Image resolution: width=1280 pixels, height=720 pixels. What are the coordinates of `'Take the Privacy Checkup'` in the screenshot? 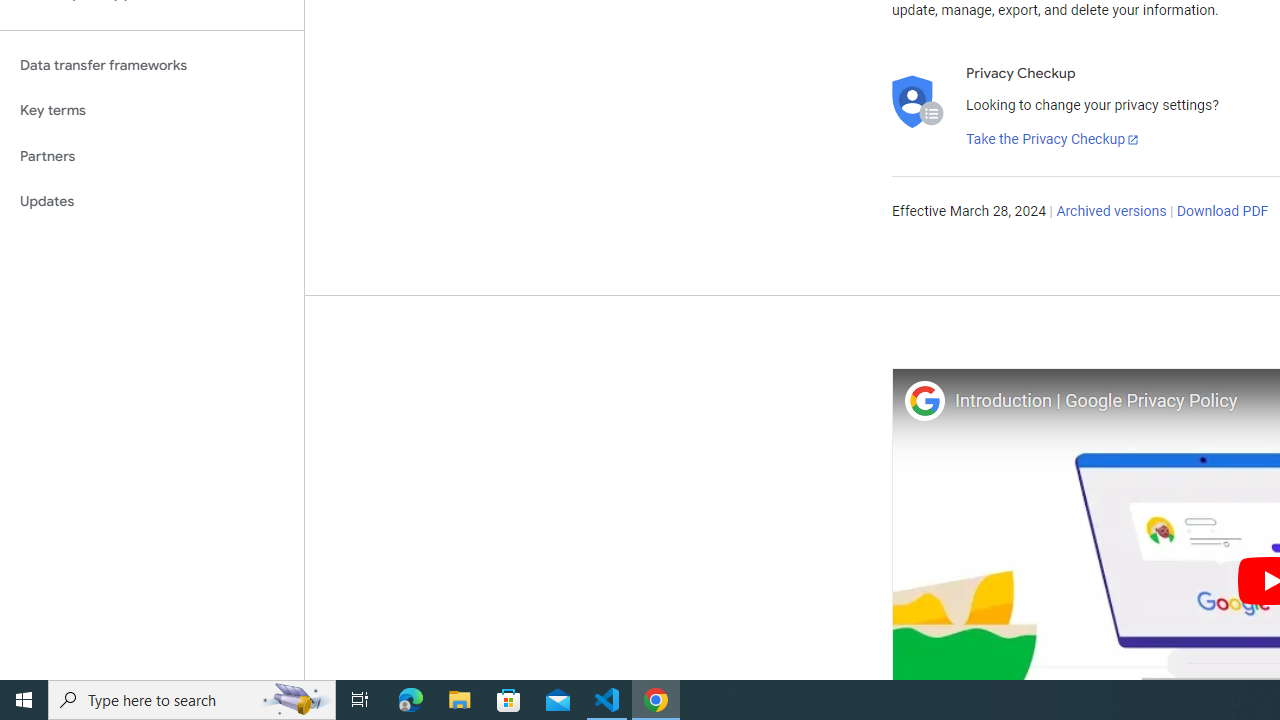 It's located at (1052, 139).